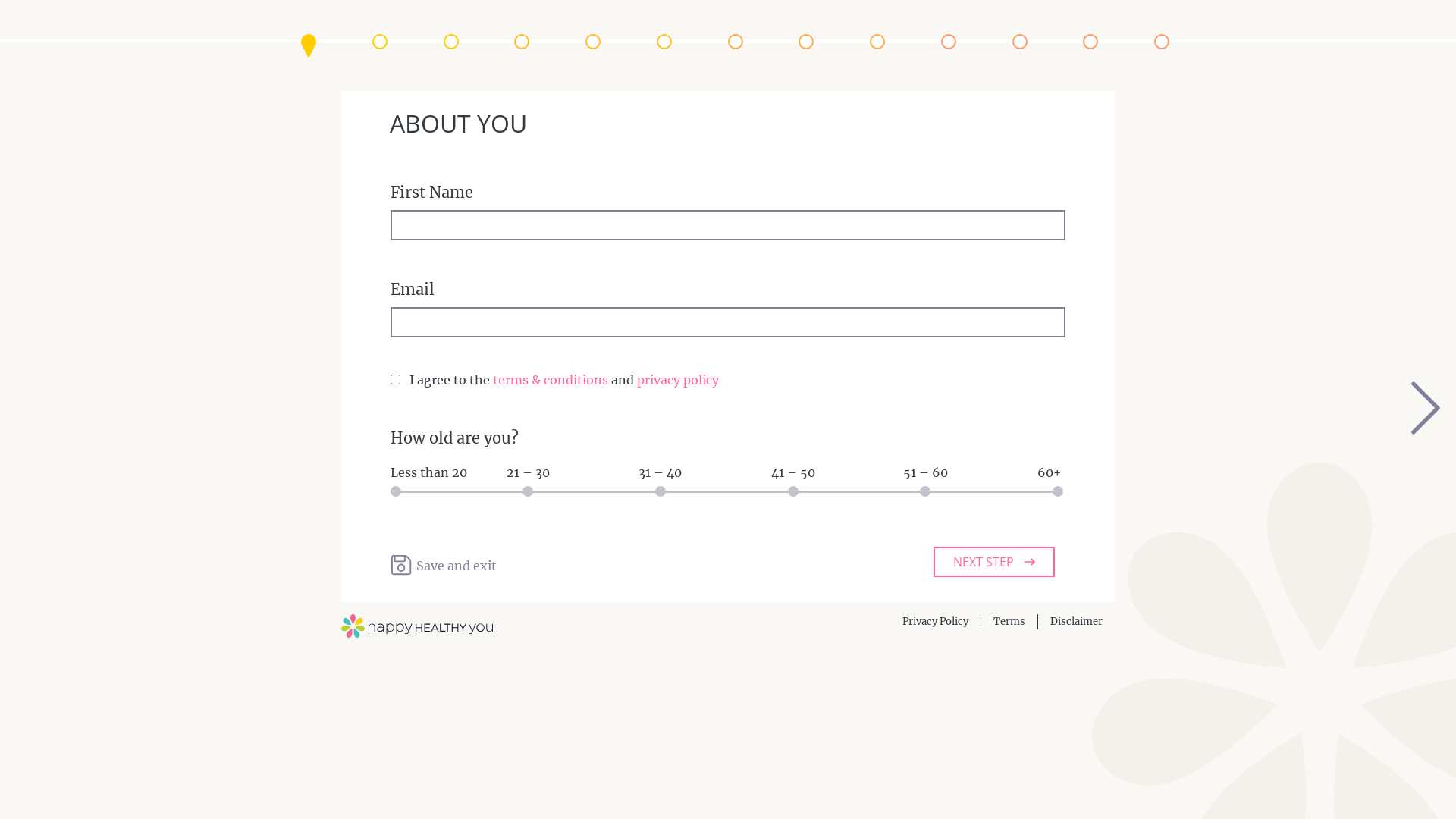 The height and width of the screenshot is (819, 1456). I want to click on 'Disclaimer', so click(1075, 622).